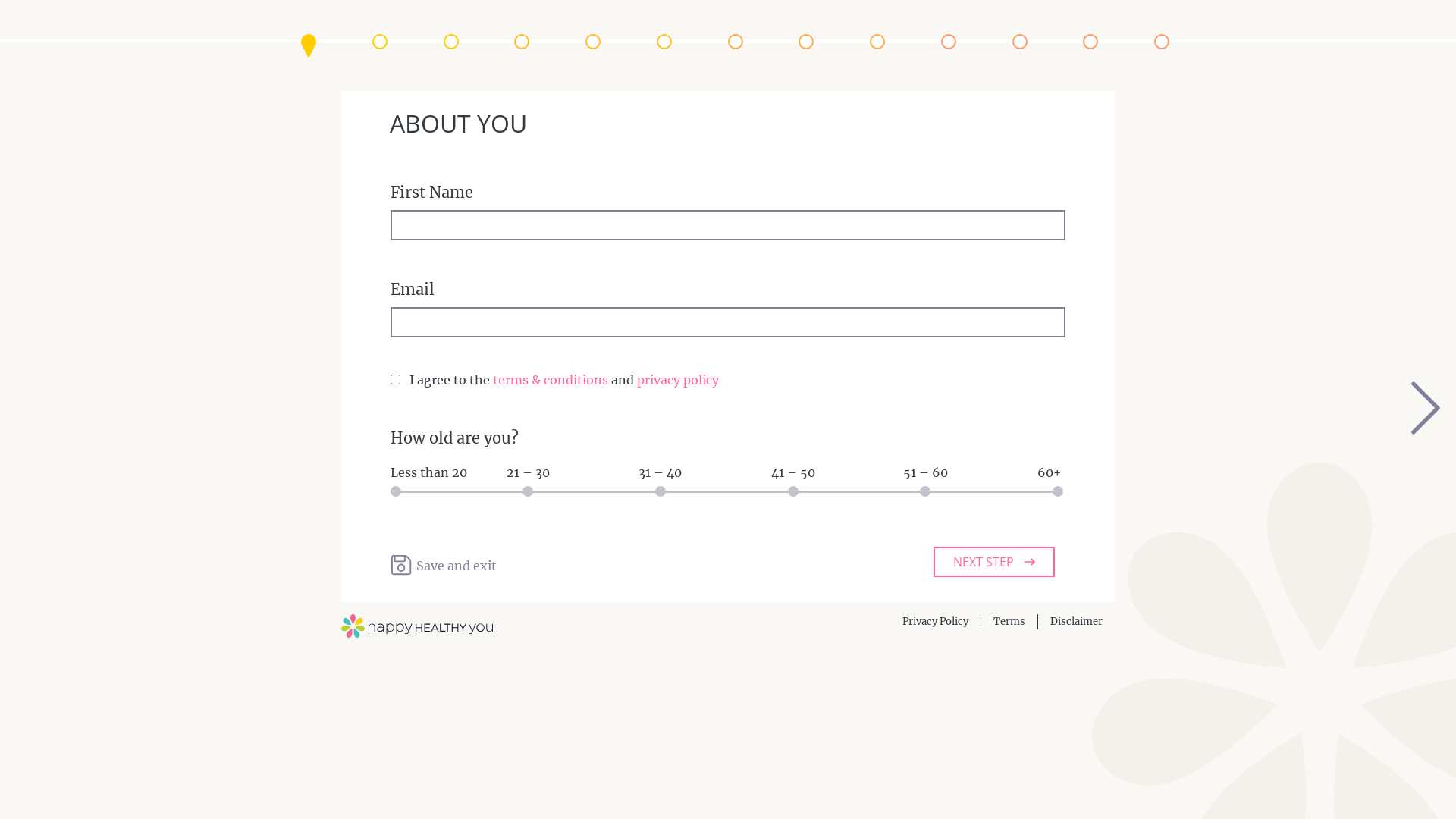 The height and width of the screenshot is (819, 1456). I want to click on 'Disclaimer', so click(1075, 622).